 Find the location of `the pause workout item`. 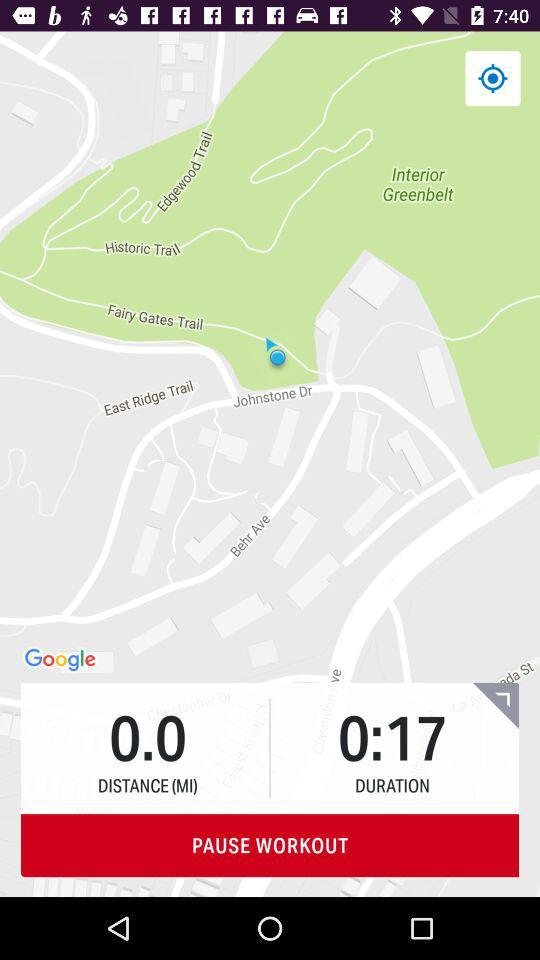

the pause workout item is located at coordinates (270, 844).